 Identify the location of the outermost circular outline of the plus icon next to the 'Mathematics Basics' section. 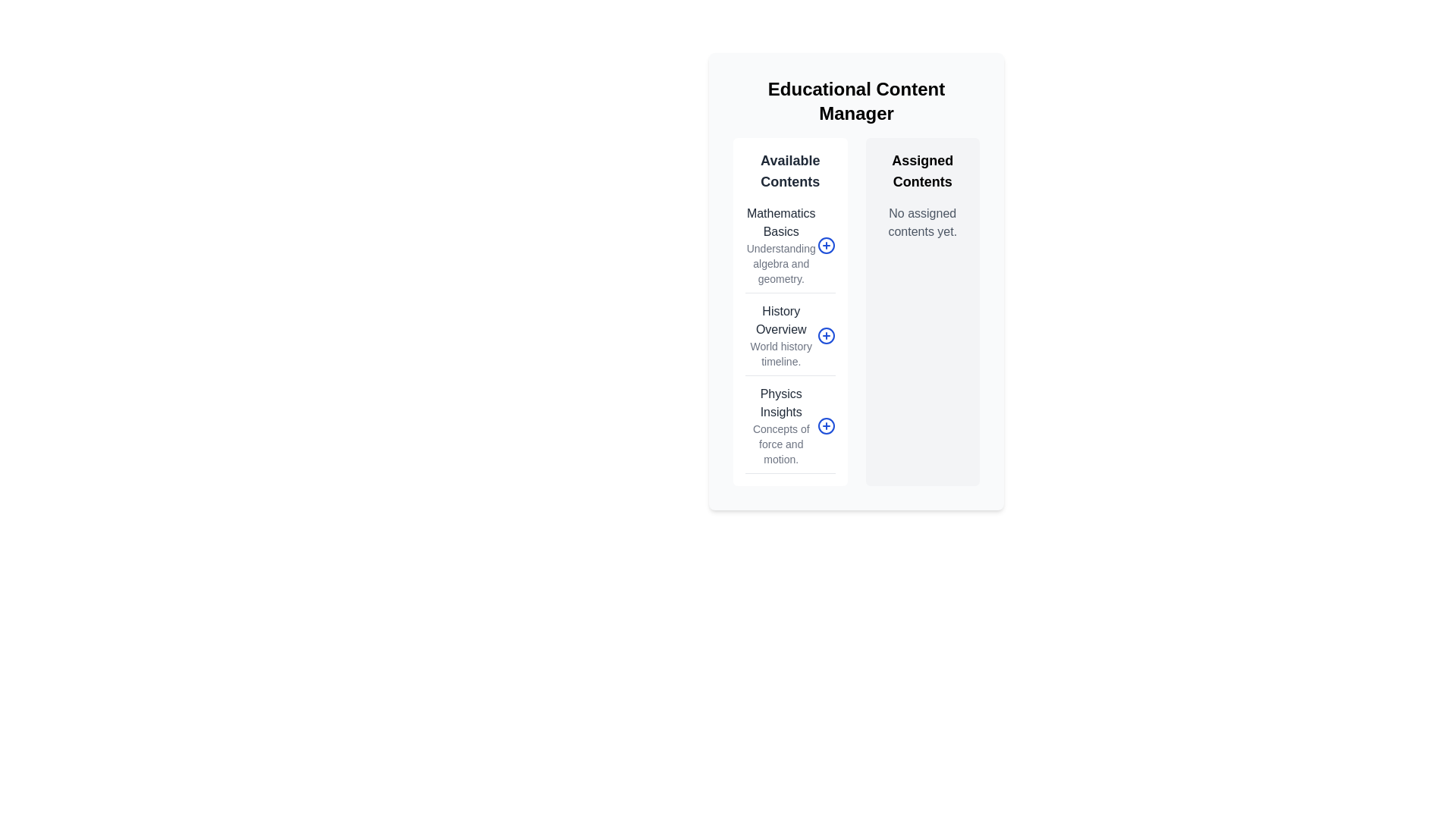
(825, 245).